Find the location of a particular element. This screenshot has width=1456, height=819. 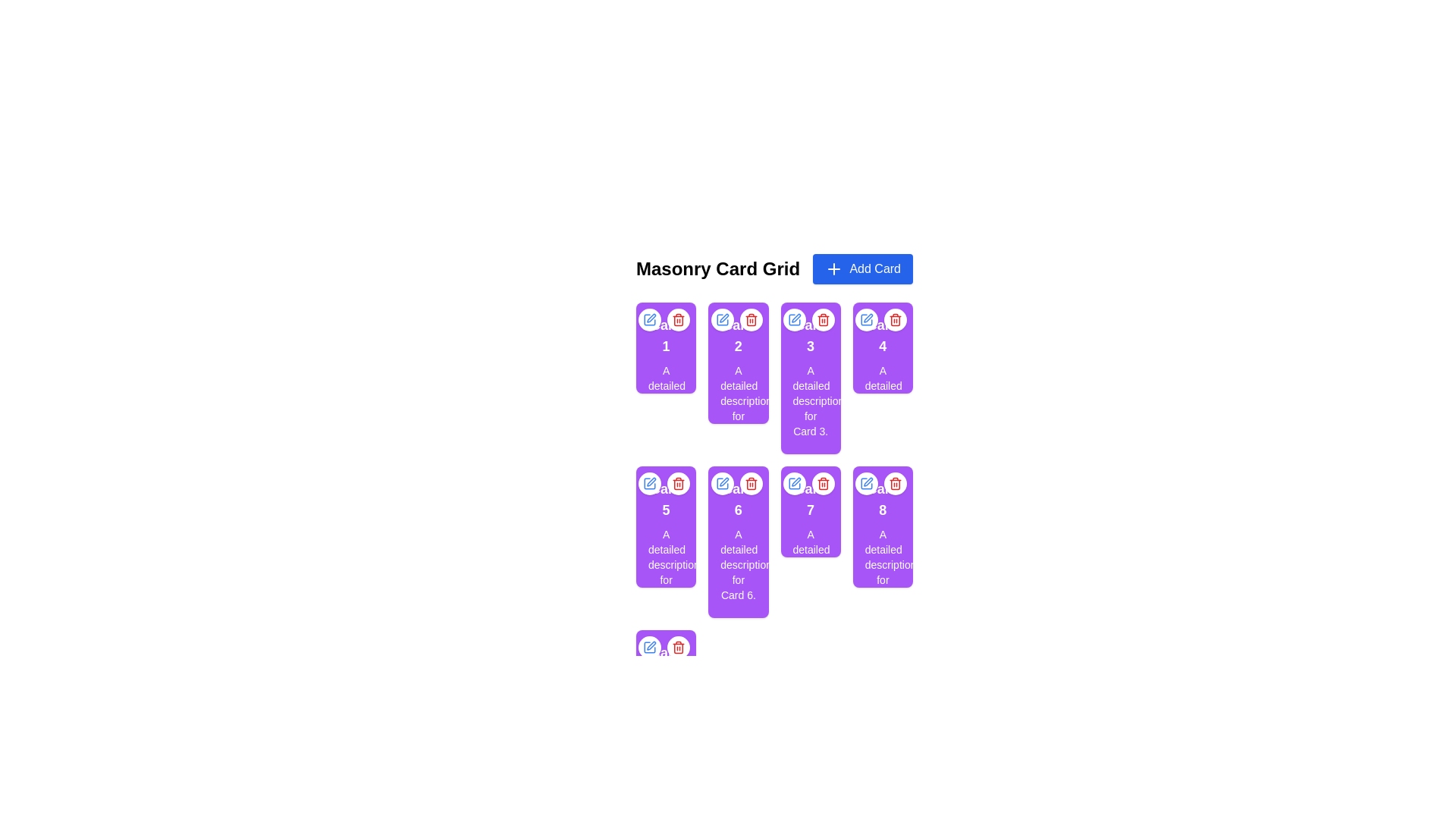

the delete button in the button group located at the top-right corner of 'Card 7', which has a purple background with white text, to initiate deletion is located at coordinates (808, 483).